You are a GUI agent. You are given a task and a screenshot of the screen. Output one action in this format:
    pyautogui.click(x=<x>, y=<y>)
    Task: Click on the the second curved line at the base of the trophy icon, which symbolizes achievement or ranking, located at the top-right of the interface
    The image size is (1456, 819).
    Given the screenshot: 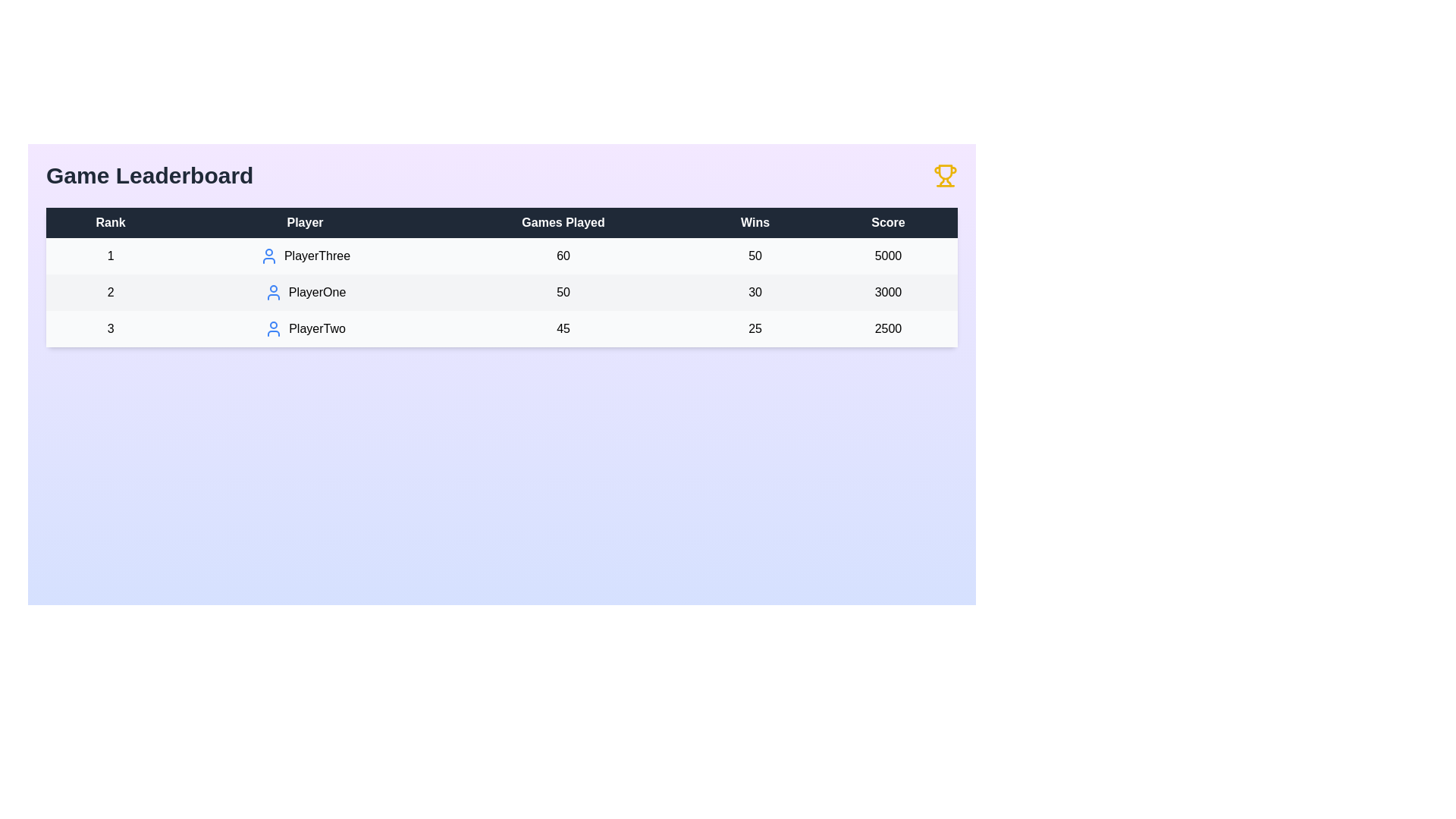 What is the action you would take?
    pyautogui.click(x=948, y=181)
    